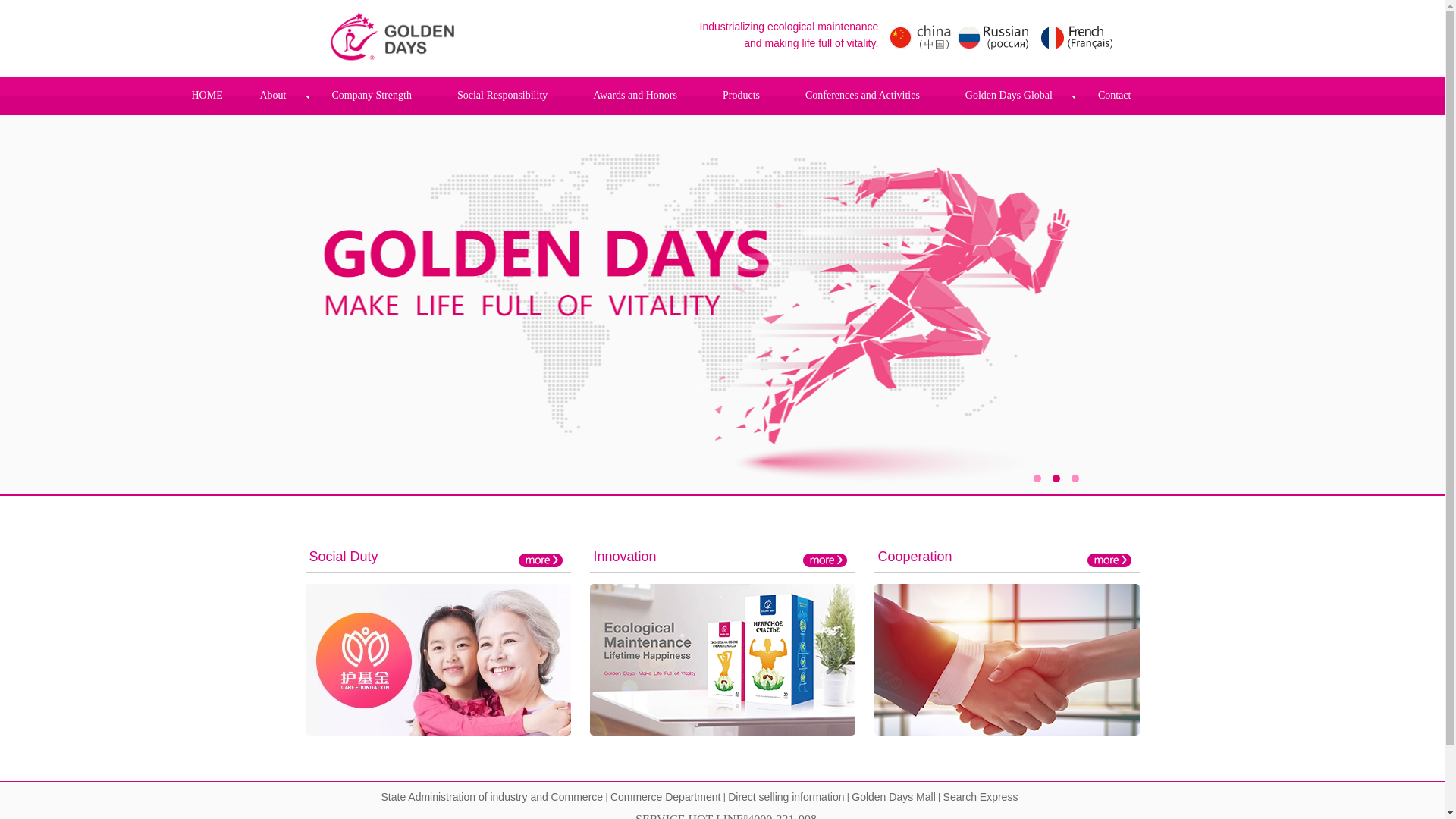 This screenshot has height=819, width=1456. Describe the element at coordinates (981, 797) in the screenshot. I see `'Search Express'` at that location.